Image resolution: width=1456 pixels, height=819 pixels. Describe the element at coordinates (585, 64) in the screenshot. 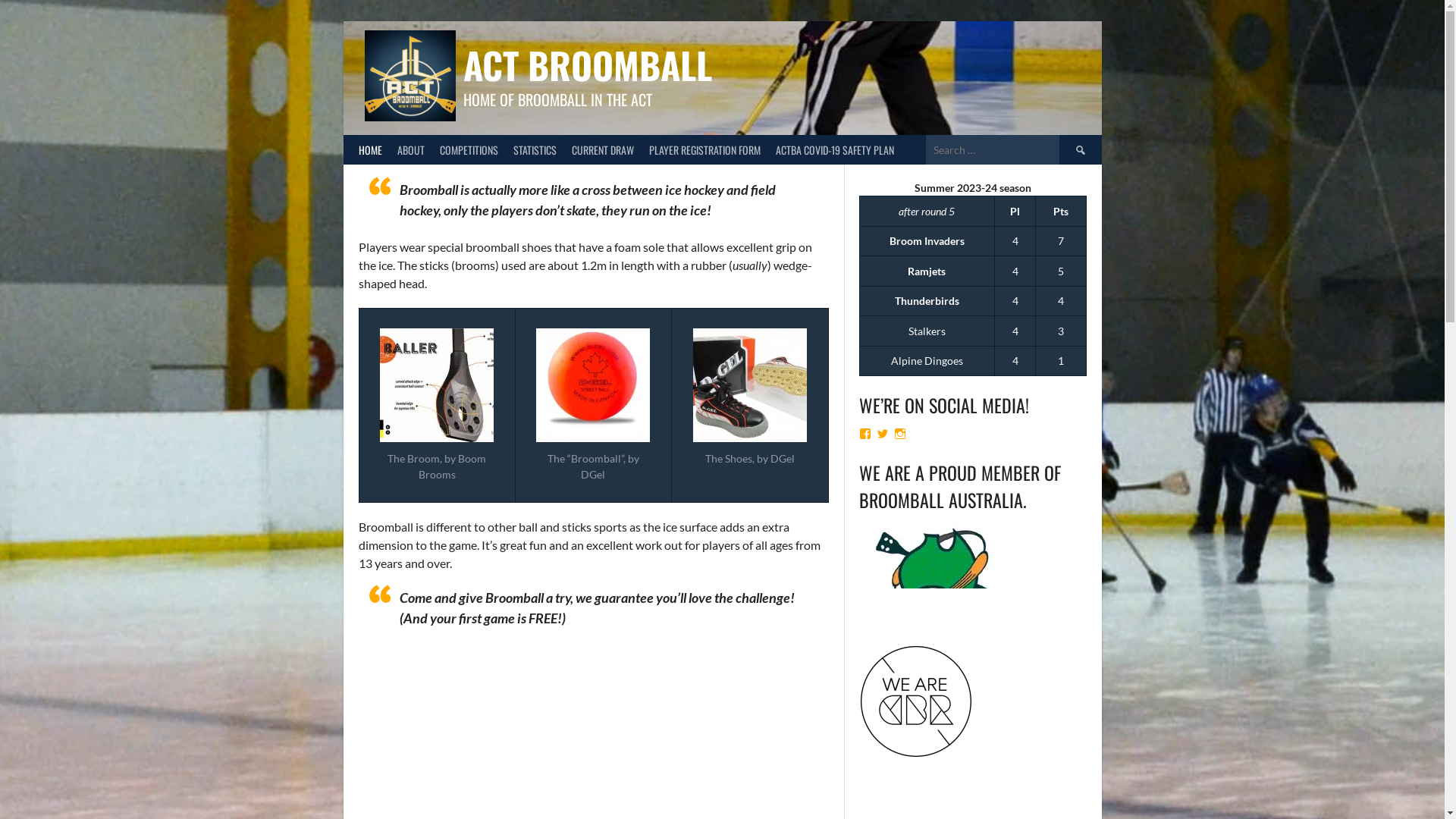

I see `'ACT BROOMBALL'` at that location.